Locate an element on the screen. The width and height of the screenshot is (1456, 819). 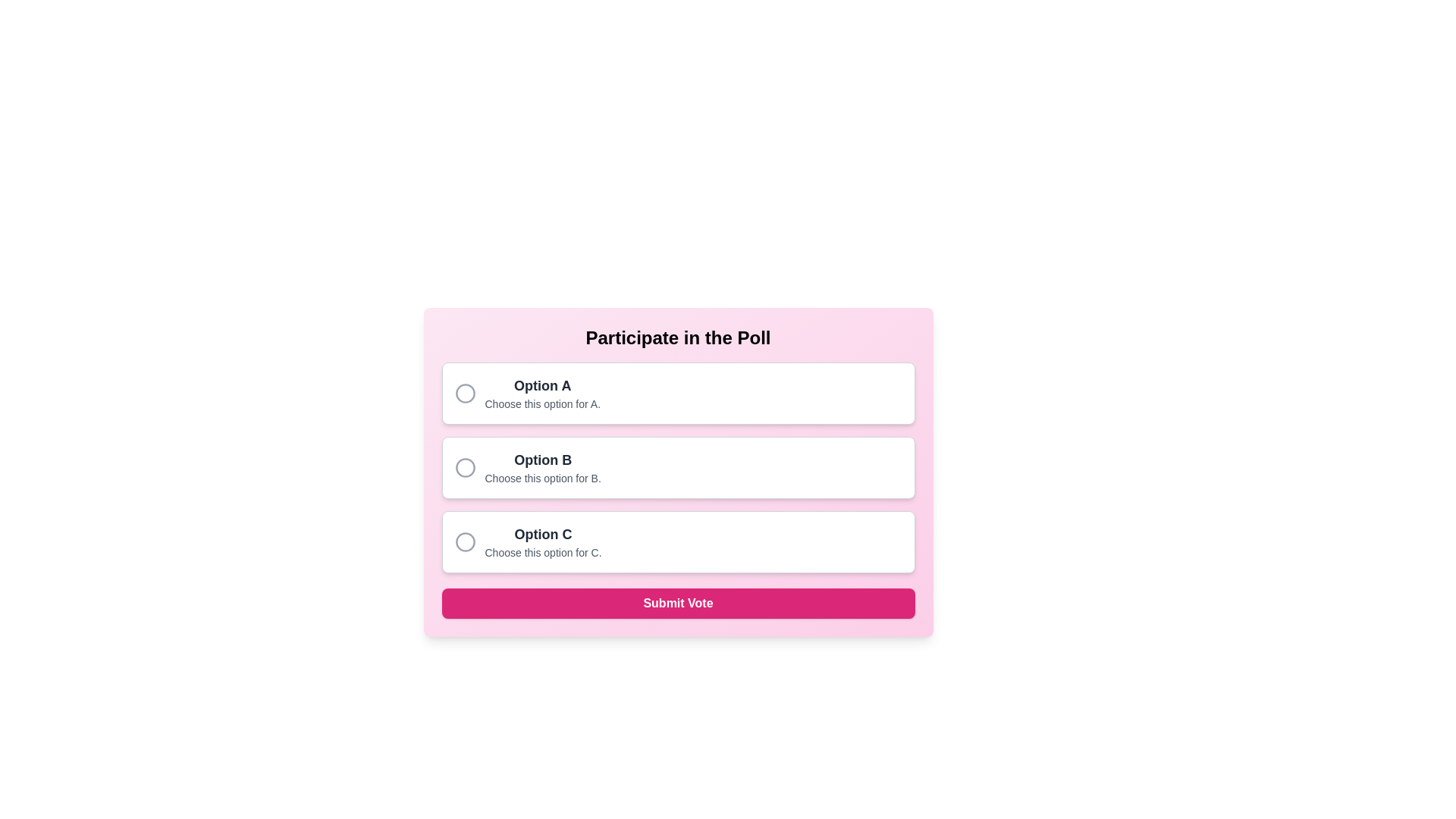
the prominent rectangular button with a bright pink background and white text that reads 'Submit Vote' is located at coordinates (677, 602).